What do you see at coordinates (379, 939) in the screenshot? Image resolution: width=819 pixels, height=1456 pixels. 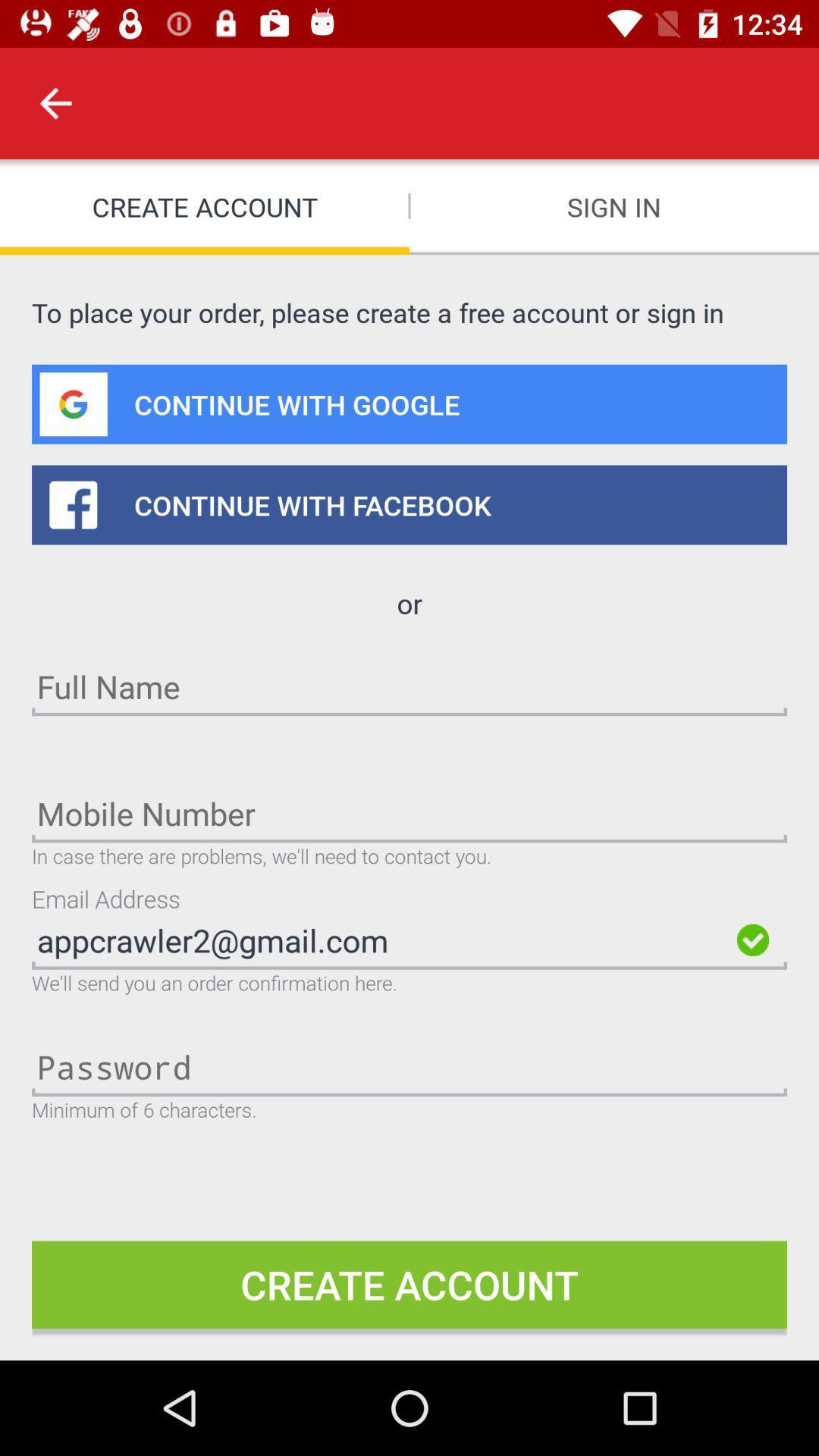 I see `the icon above we ll send item` at bounding box center [379, 939].